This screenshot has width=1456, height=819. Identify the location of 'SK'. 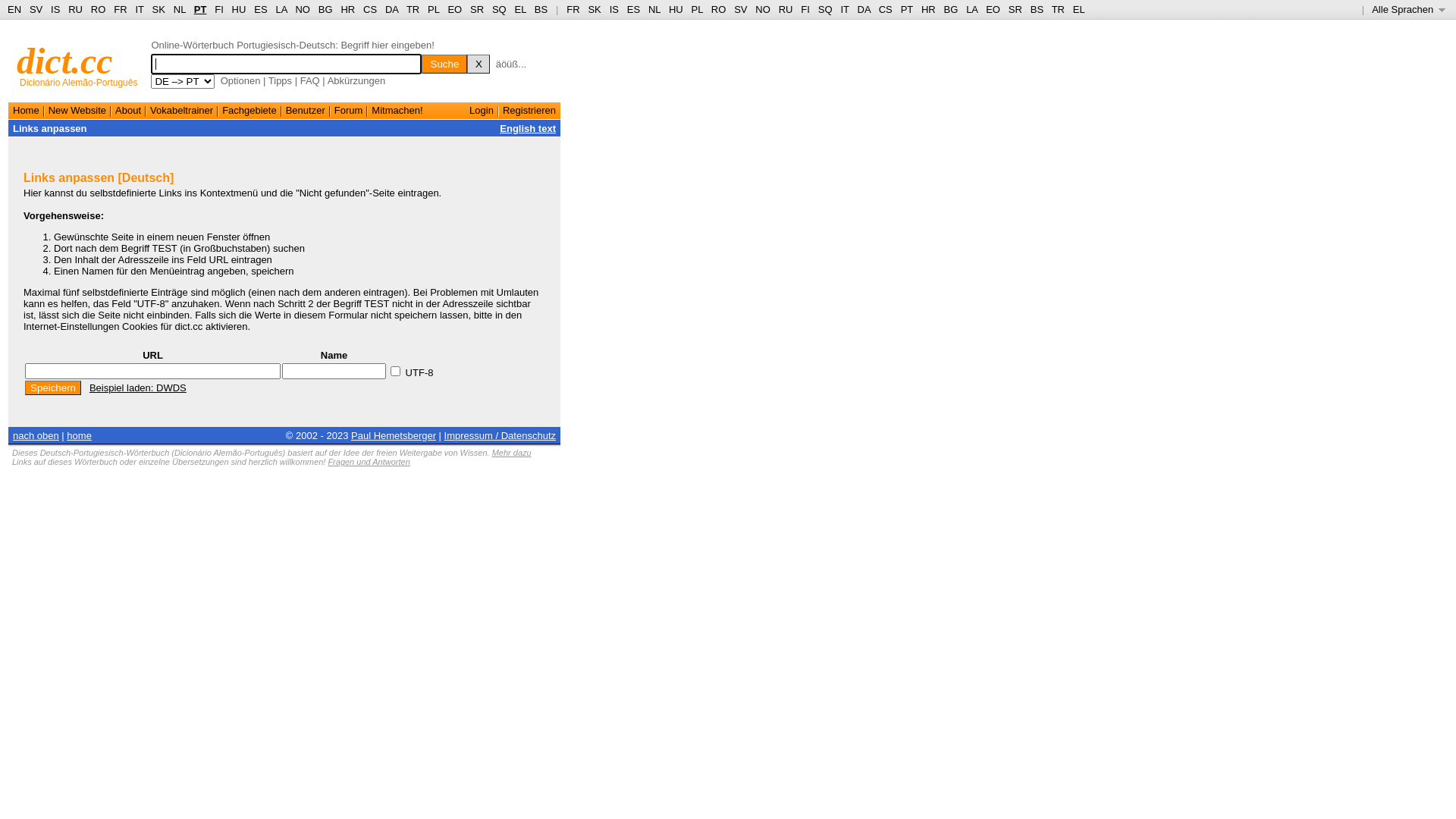
(593, 9).